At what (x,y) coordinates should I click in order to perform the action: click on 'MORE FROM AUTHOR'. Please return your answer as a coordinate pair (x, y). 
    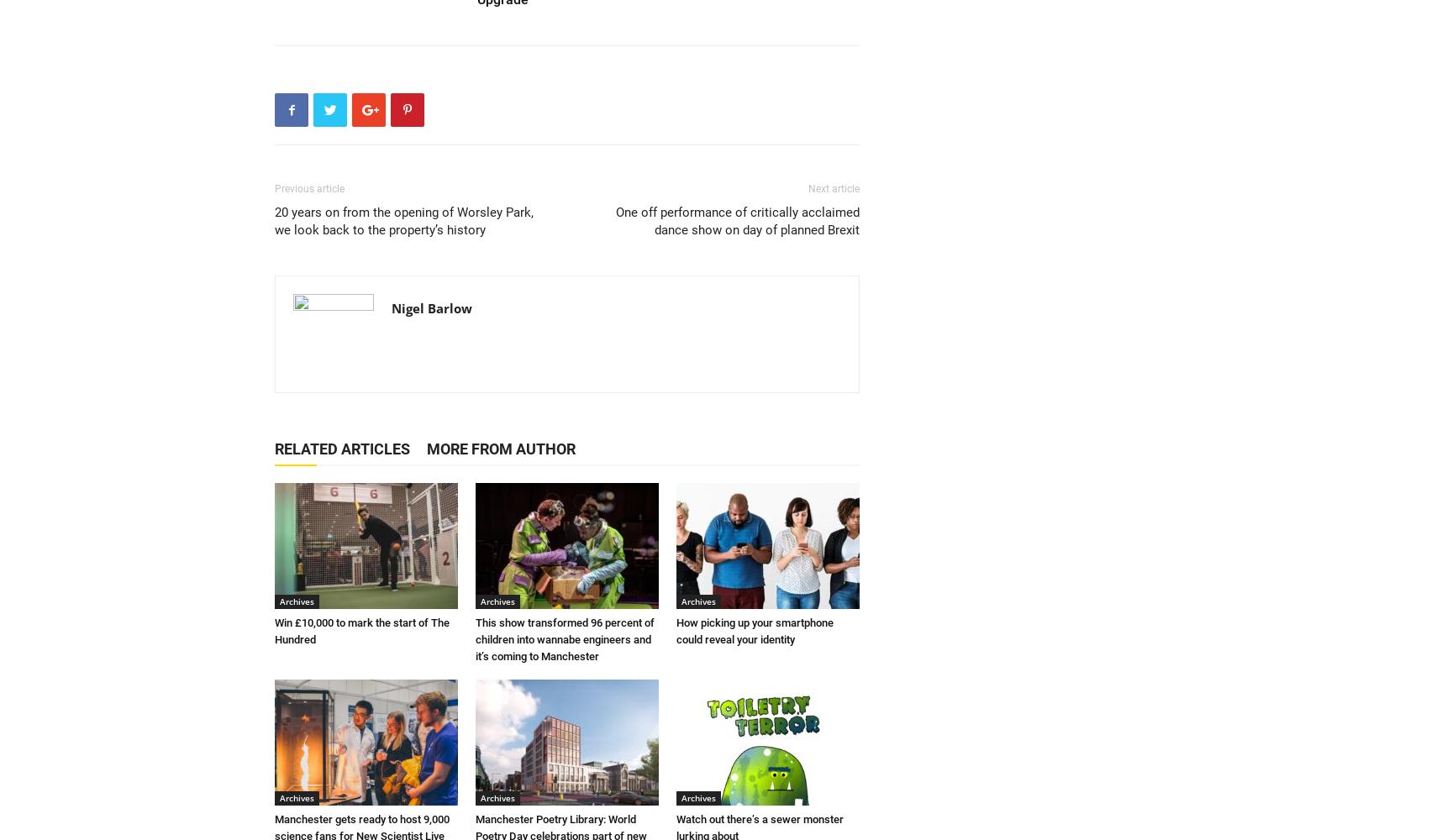
    Looking at the image, I should click on (500, 449).